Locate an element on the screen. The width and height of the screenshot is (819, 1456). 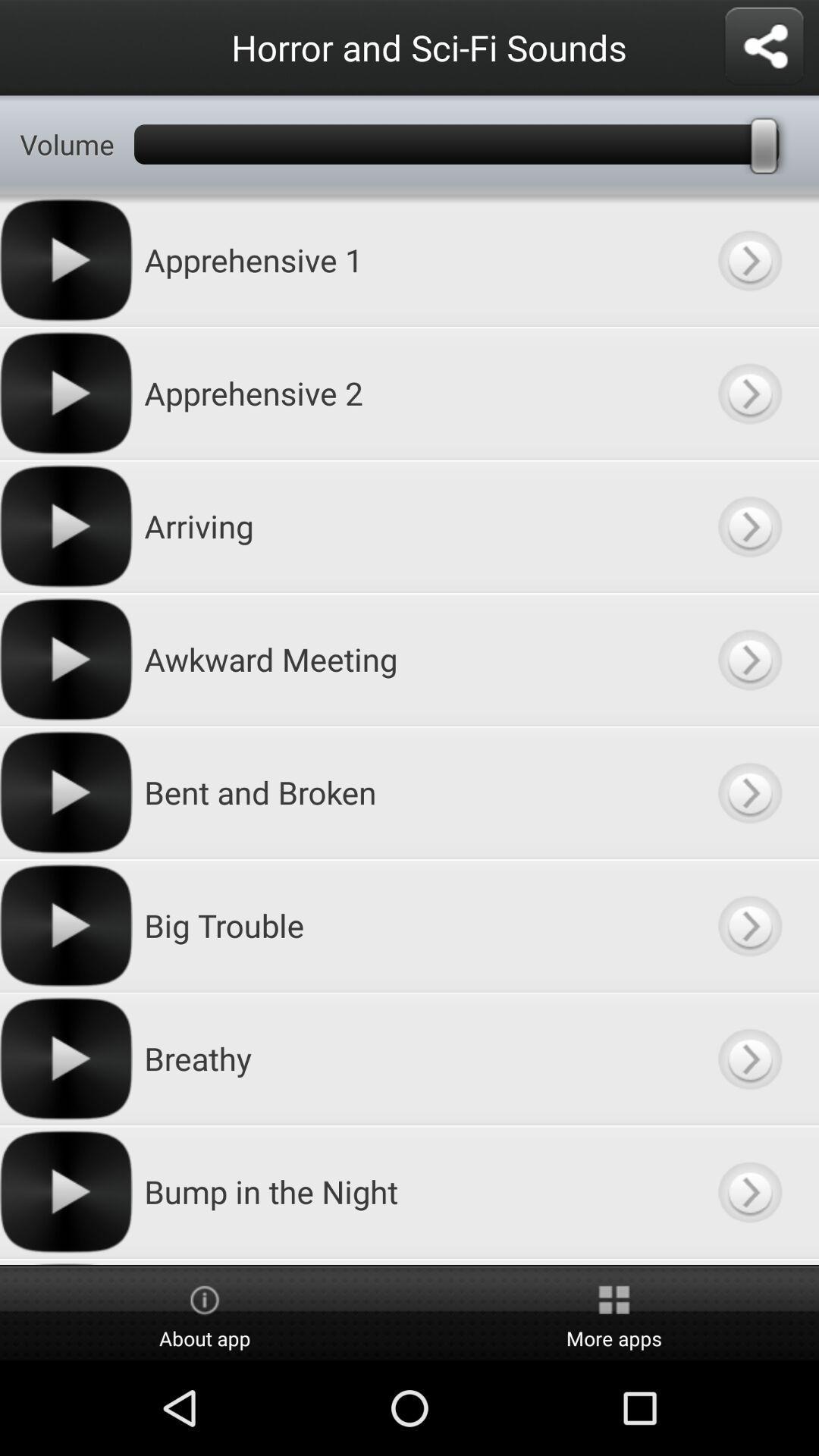
open is located at coordinates (748, 526).